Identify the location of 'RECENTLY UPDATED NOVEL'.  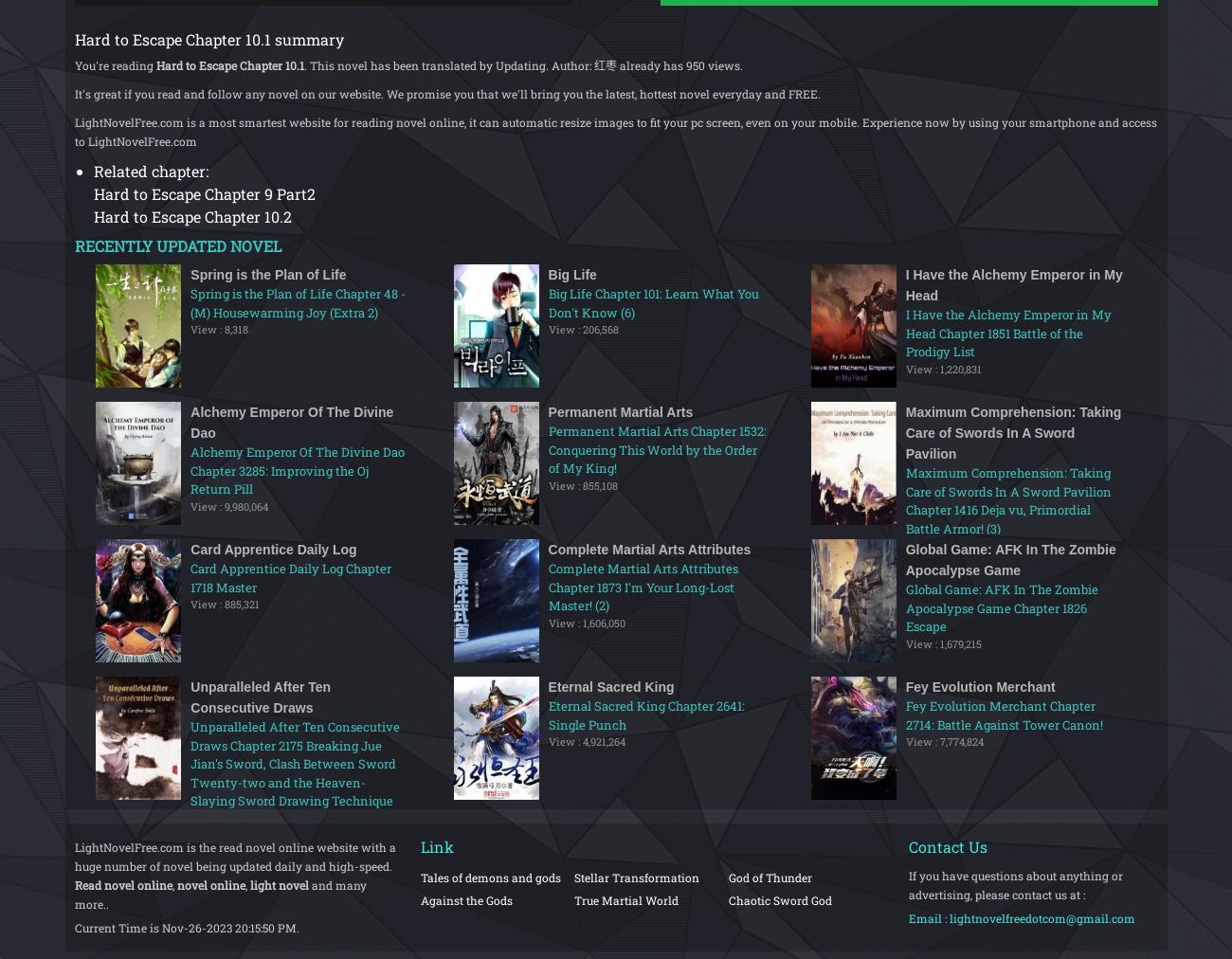
(176, 244).